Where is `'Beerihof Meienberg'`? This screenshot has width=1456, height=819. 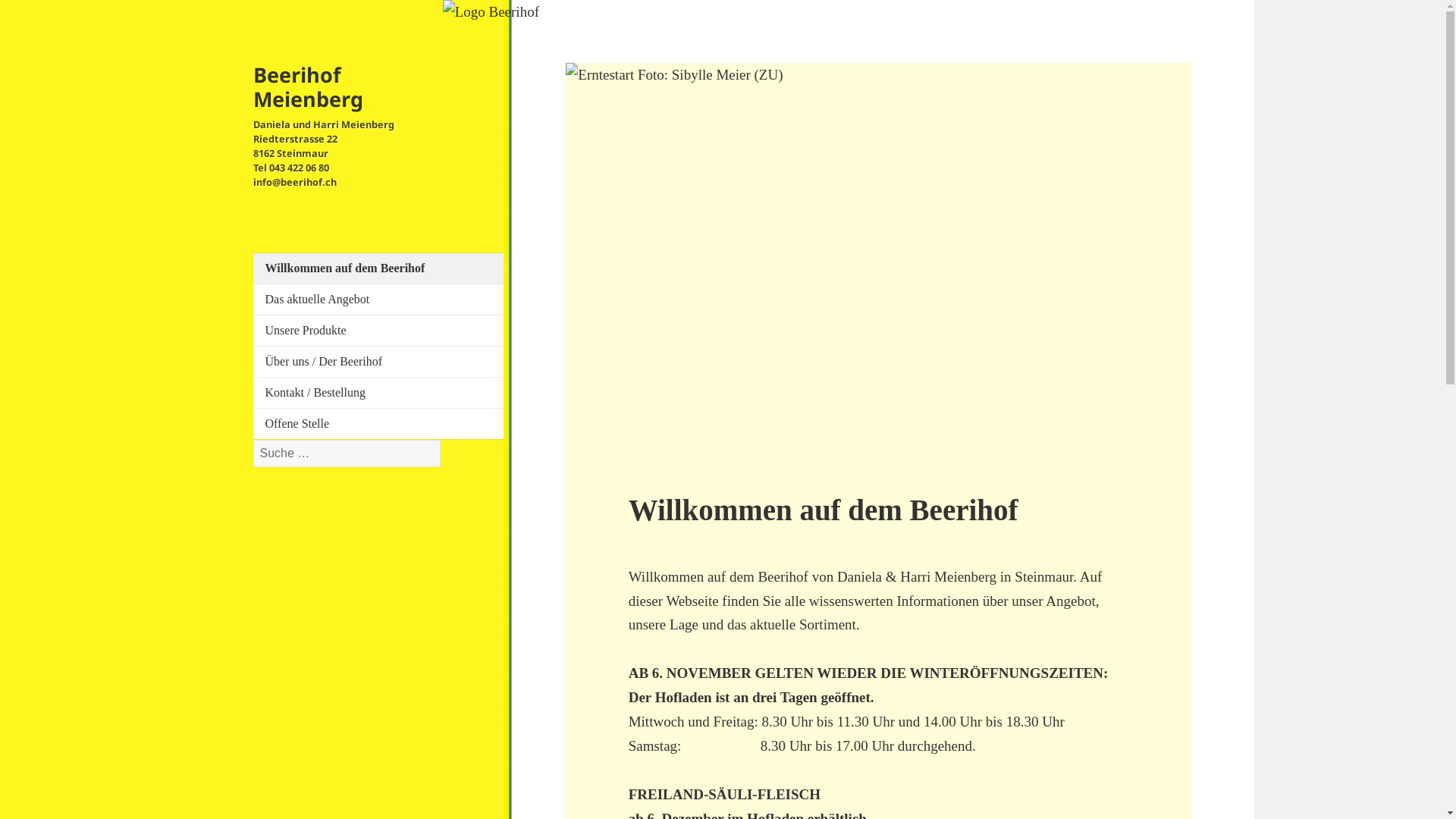 'Beerihof Meienberg' is located at coordinates (253, 86).